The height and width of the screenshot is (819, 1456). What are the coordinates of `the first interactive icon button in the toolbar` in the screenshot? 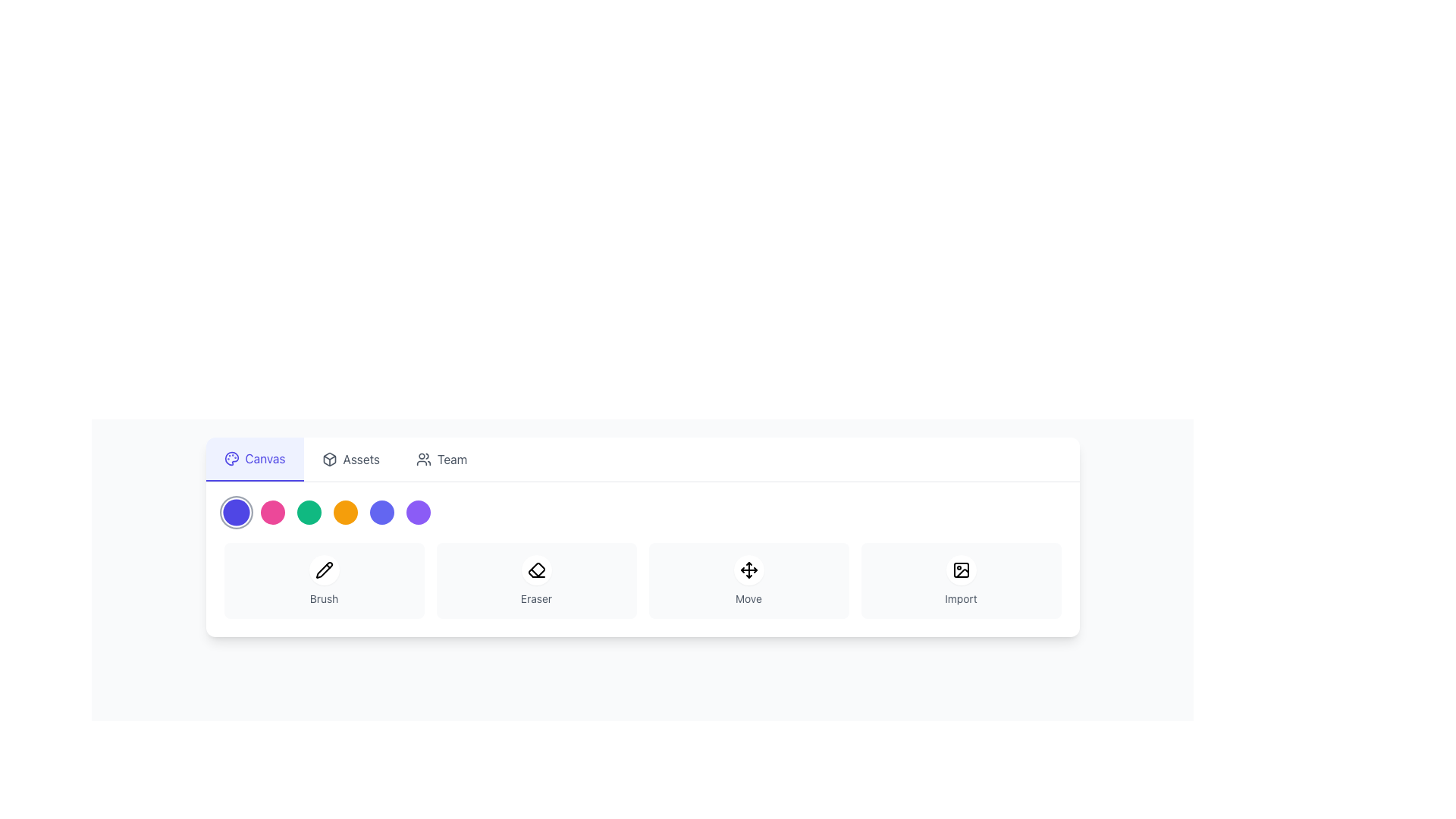 It's located at (323, 570).